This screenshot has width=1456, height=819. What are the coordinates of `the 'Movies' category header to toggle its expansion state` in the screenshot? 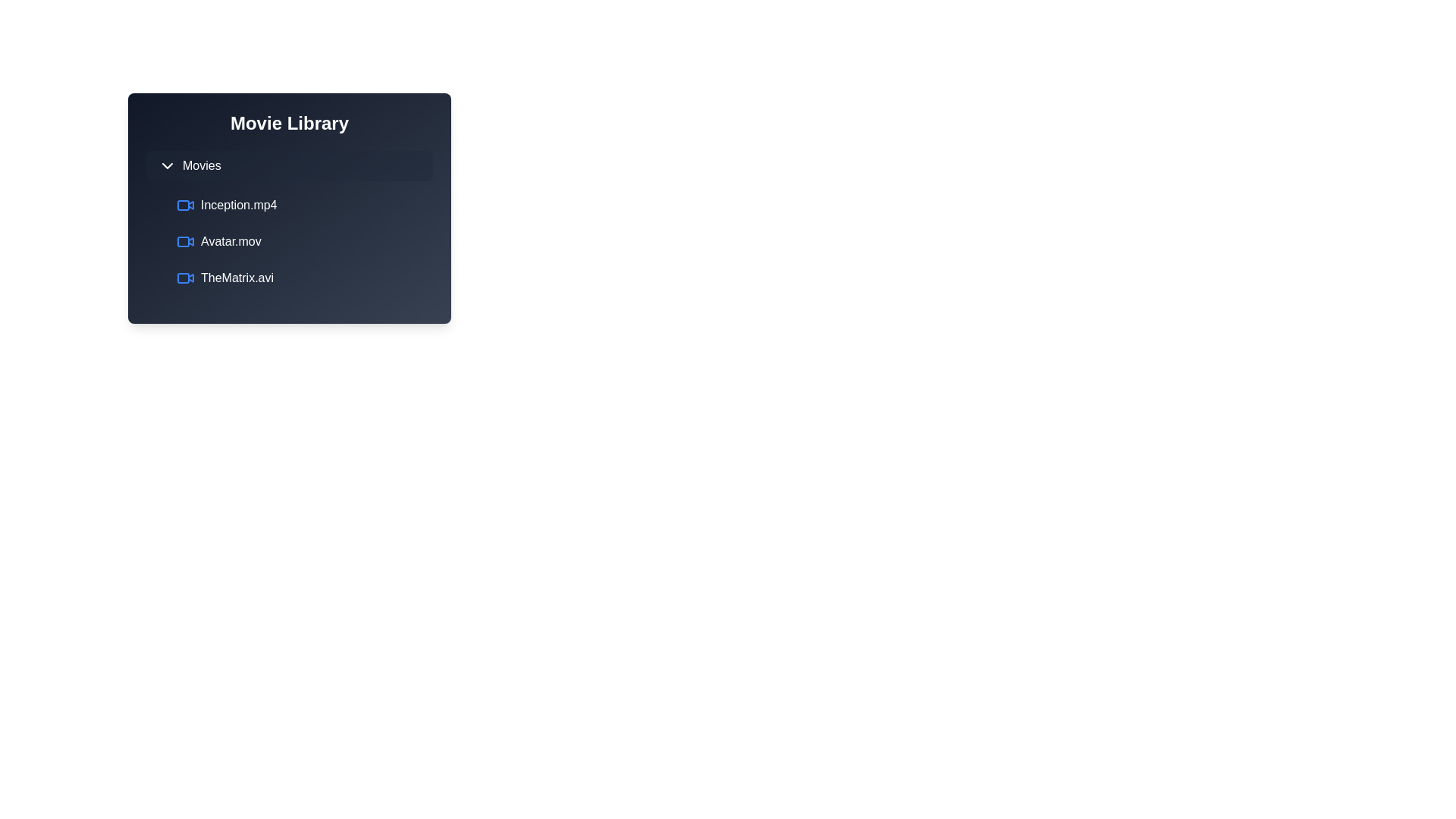 It's located at (290, 166).